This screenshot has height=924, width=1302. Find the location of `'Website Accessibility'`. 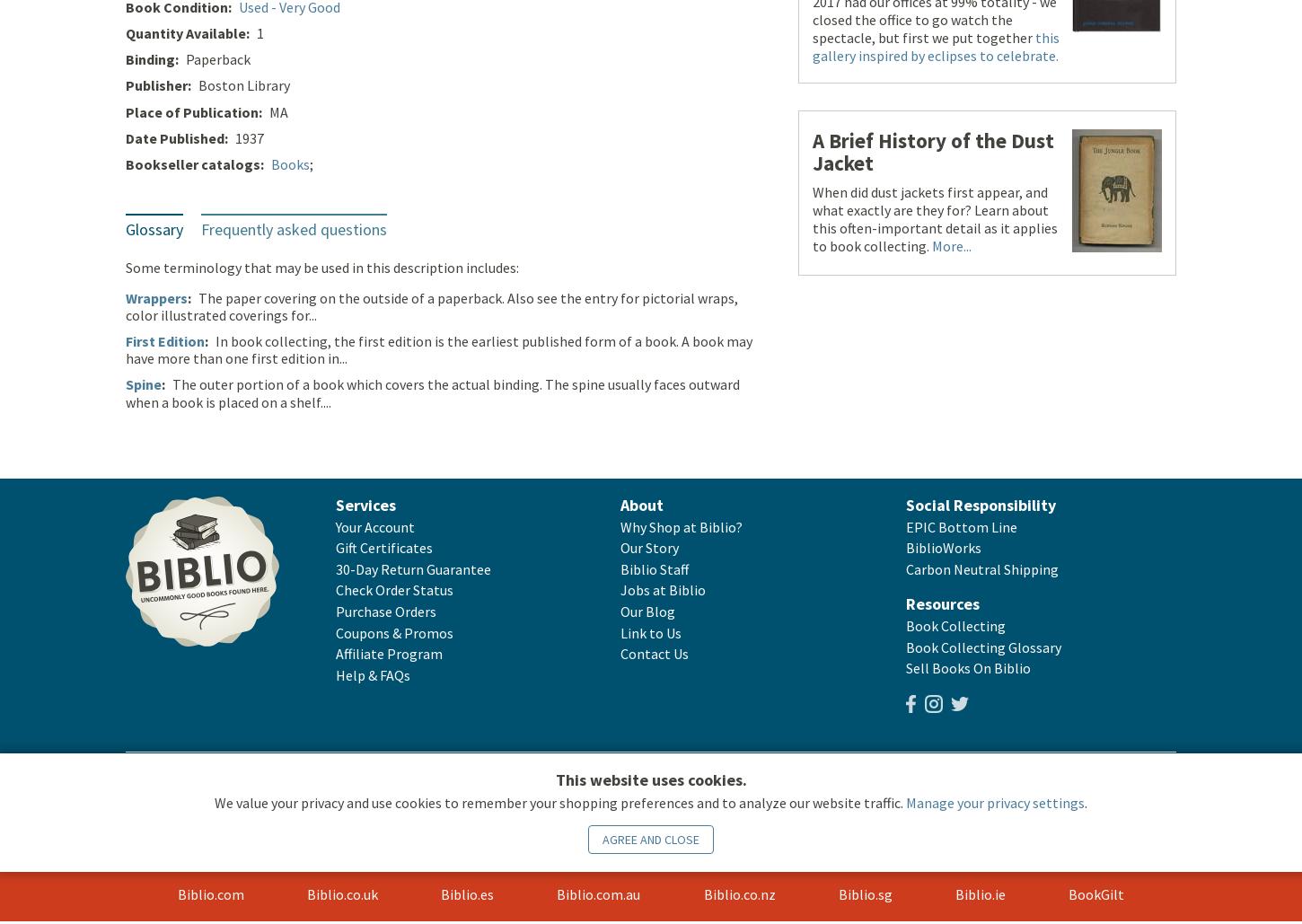

'Website Accessibility' is located at coordinates (331, 780).